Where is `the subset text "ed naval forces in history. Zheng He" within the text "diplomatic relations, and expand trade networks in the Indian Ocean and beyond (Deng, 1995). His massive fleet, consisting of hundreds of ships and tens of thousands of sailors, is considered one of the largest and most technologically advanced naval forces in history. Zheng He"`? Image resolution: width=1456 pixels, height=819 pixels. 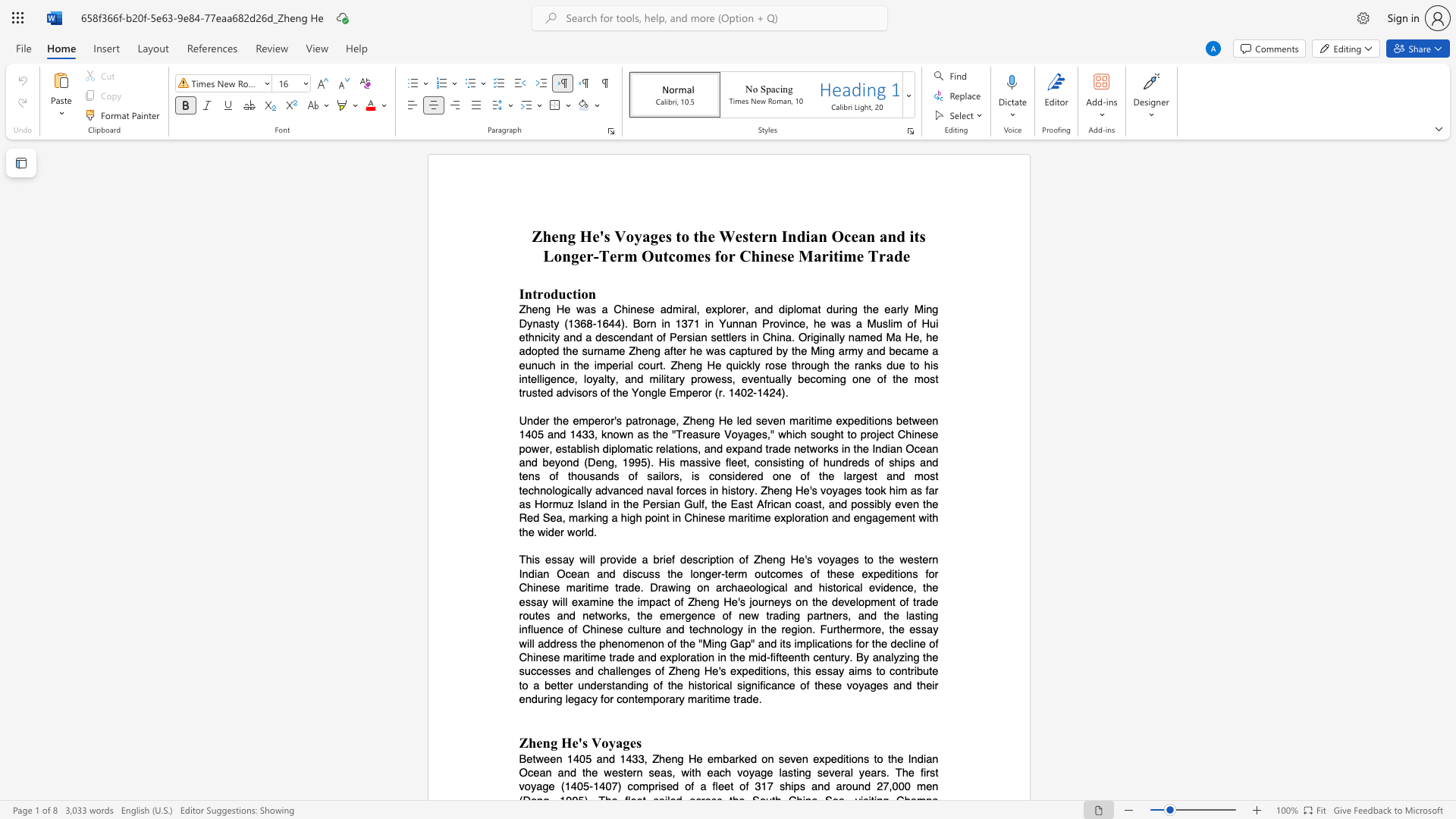 the subset text "ed naval forces in history. Zheng He" within the text "diplomatic relations, and expand trade networks in the Indian Ocean and beyond (Deng, 1995). His massive fleet, consisting of hundreds of ships and tens of thousands of sailors, is considered one of the largest and most technologically advanced naval forces in history. Zheng He" is located at coordinates (631, 490).